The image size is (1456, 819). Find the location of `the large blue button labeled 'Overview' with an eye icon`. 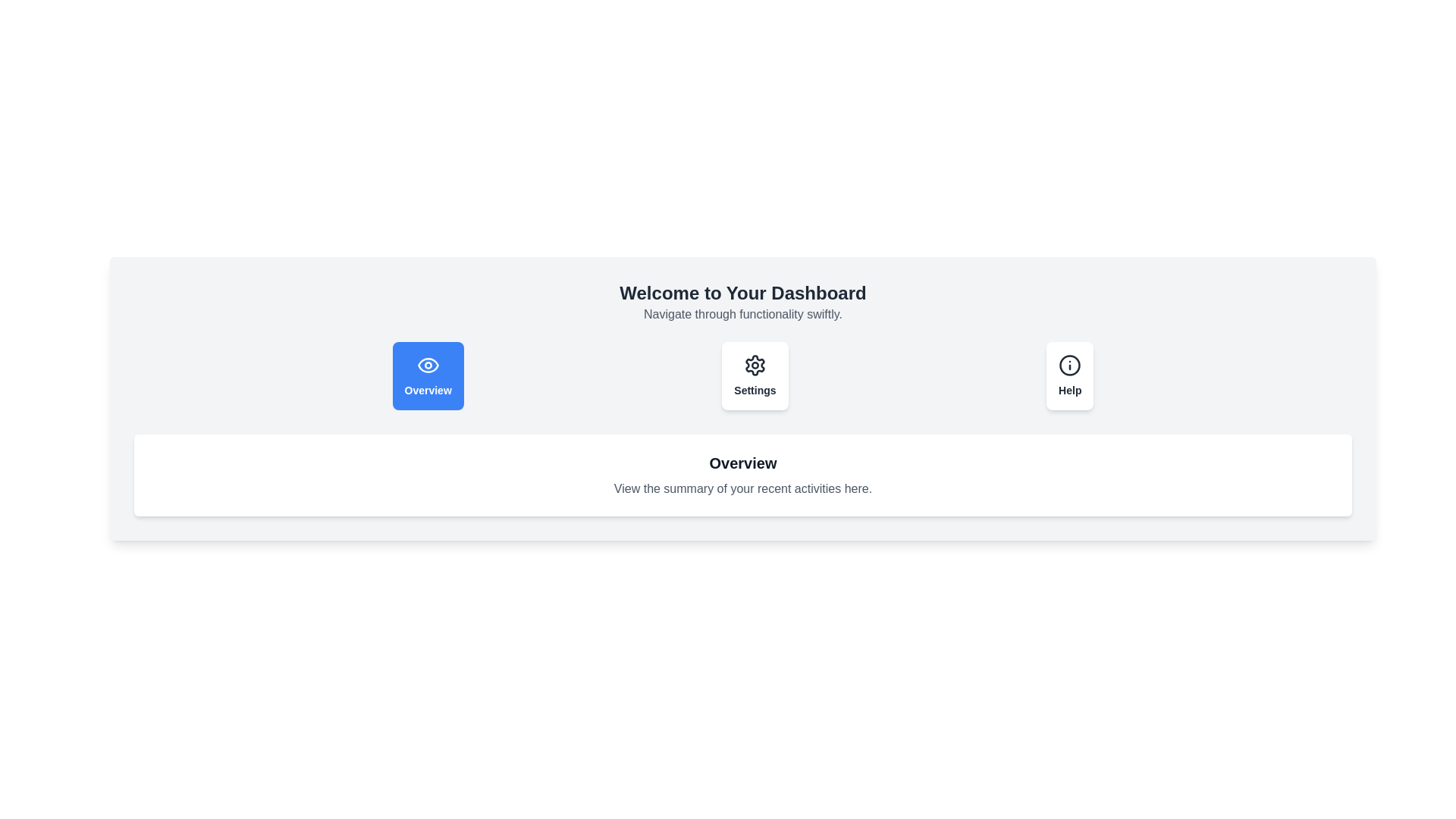

the large blue button labeled 'Overview' with an eye icon is located at coordinates (427, 375).